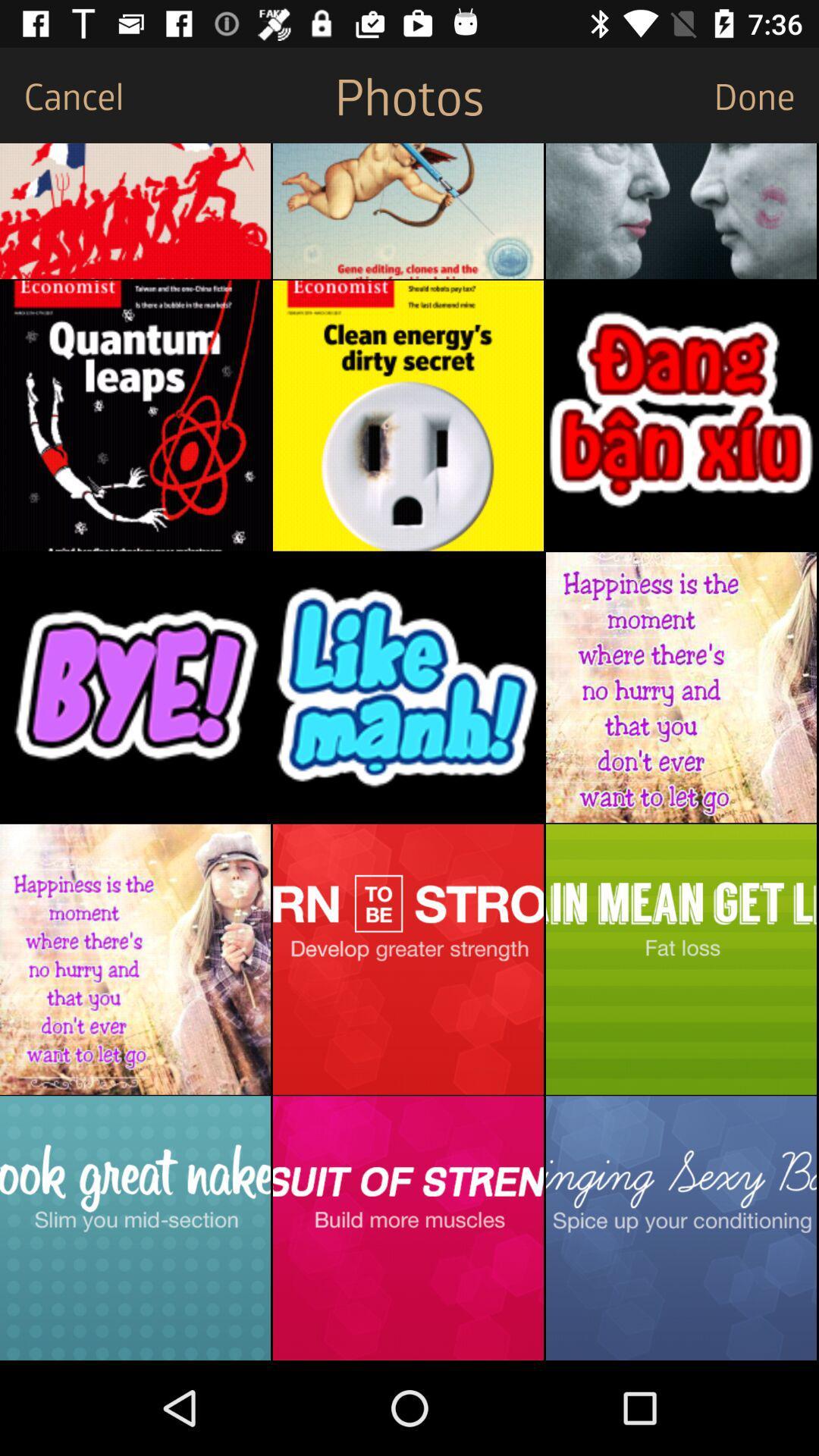 Image resolution: width=819 pixels, height=1456 pixels. Describe the element at coordinates (680, 416) in the screenshot. I see `open photo` at that location.